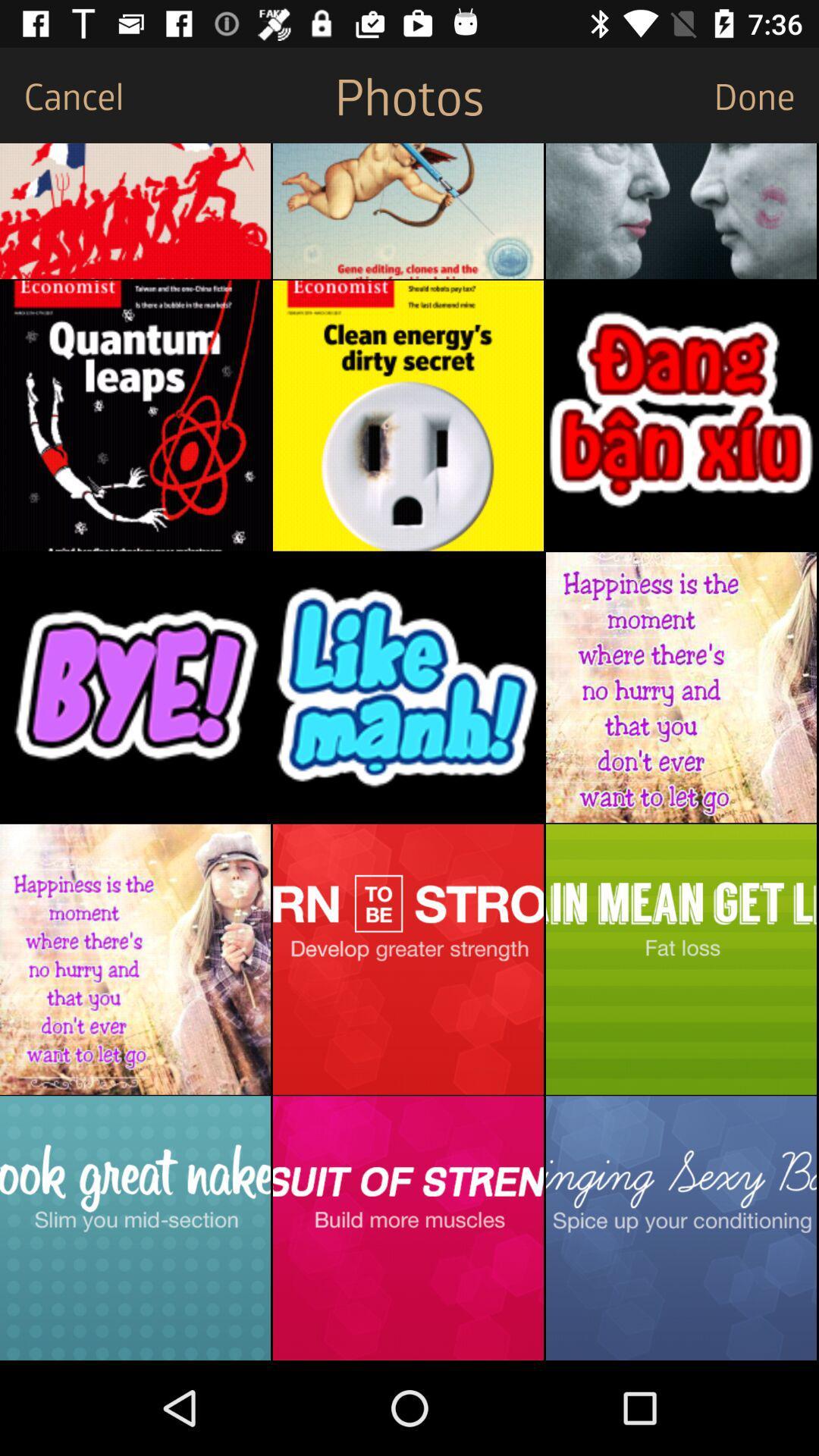 Image resolution: width=819 pixels, height=1456 pixels. Describe the element at coordinates (680, 416) in the screenshot. I see `open photo` at that location.